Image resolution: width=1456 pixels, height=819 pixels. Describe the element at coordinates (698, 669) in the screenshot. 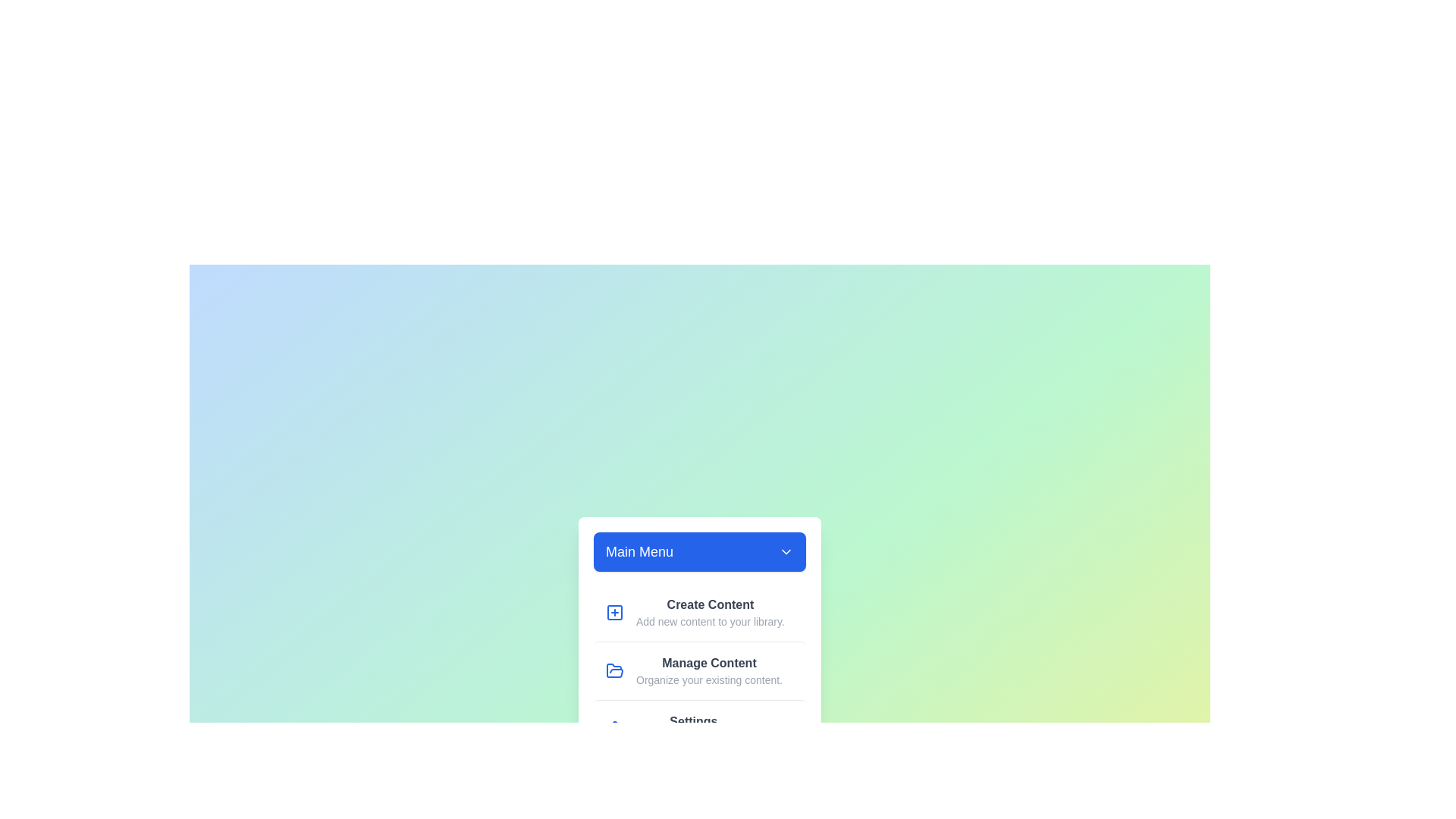

I see `the 'Manage Content' option in the menu` at that location.